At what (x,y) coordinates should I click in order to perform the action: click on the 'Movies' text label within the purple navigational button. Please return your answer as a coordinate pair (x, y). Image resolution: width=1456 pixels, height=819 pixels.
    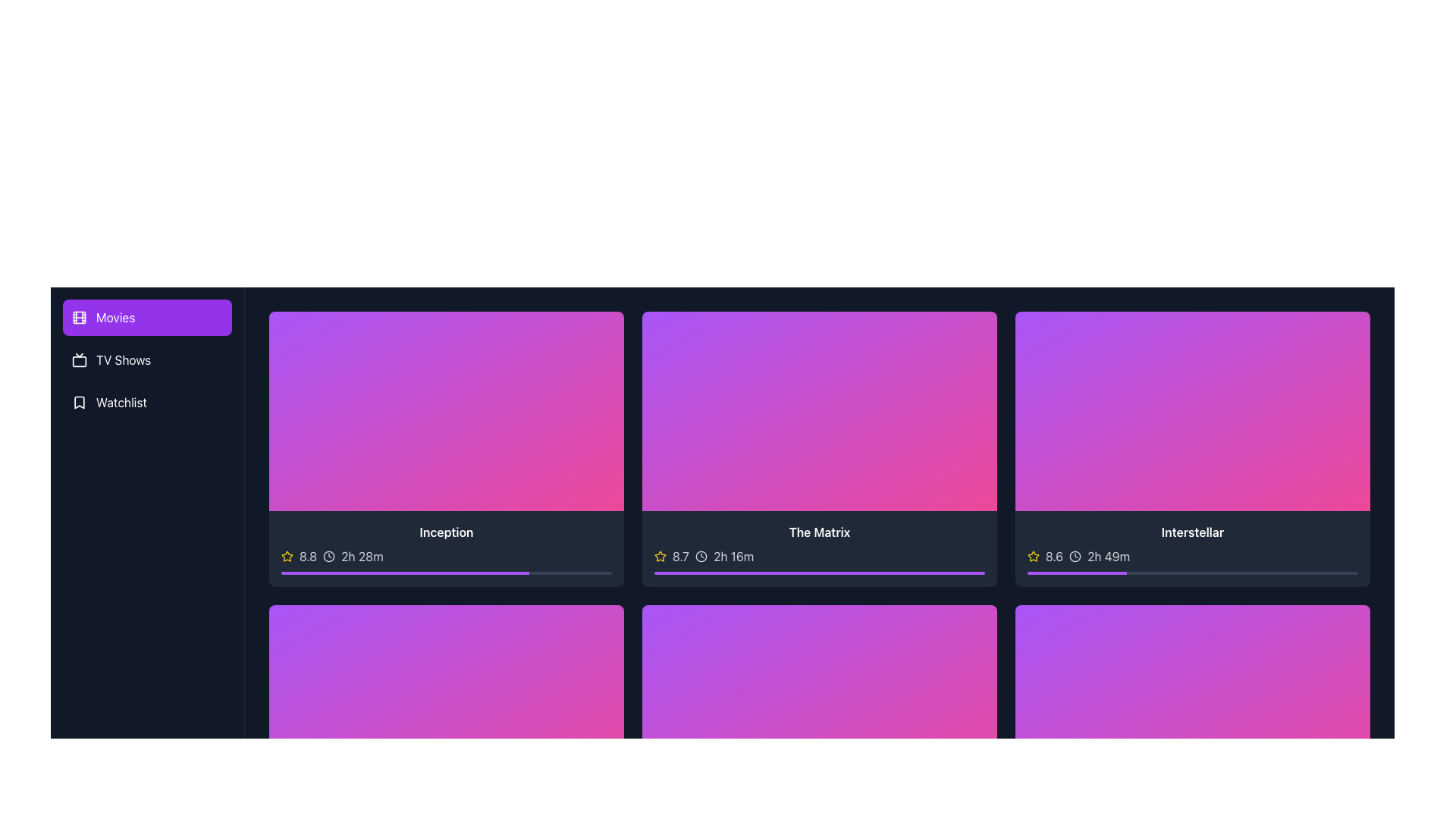
    Looking at the image, I should click on (115, 317).